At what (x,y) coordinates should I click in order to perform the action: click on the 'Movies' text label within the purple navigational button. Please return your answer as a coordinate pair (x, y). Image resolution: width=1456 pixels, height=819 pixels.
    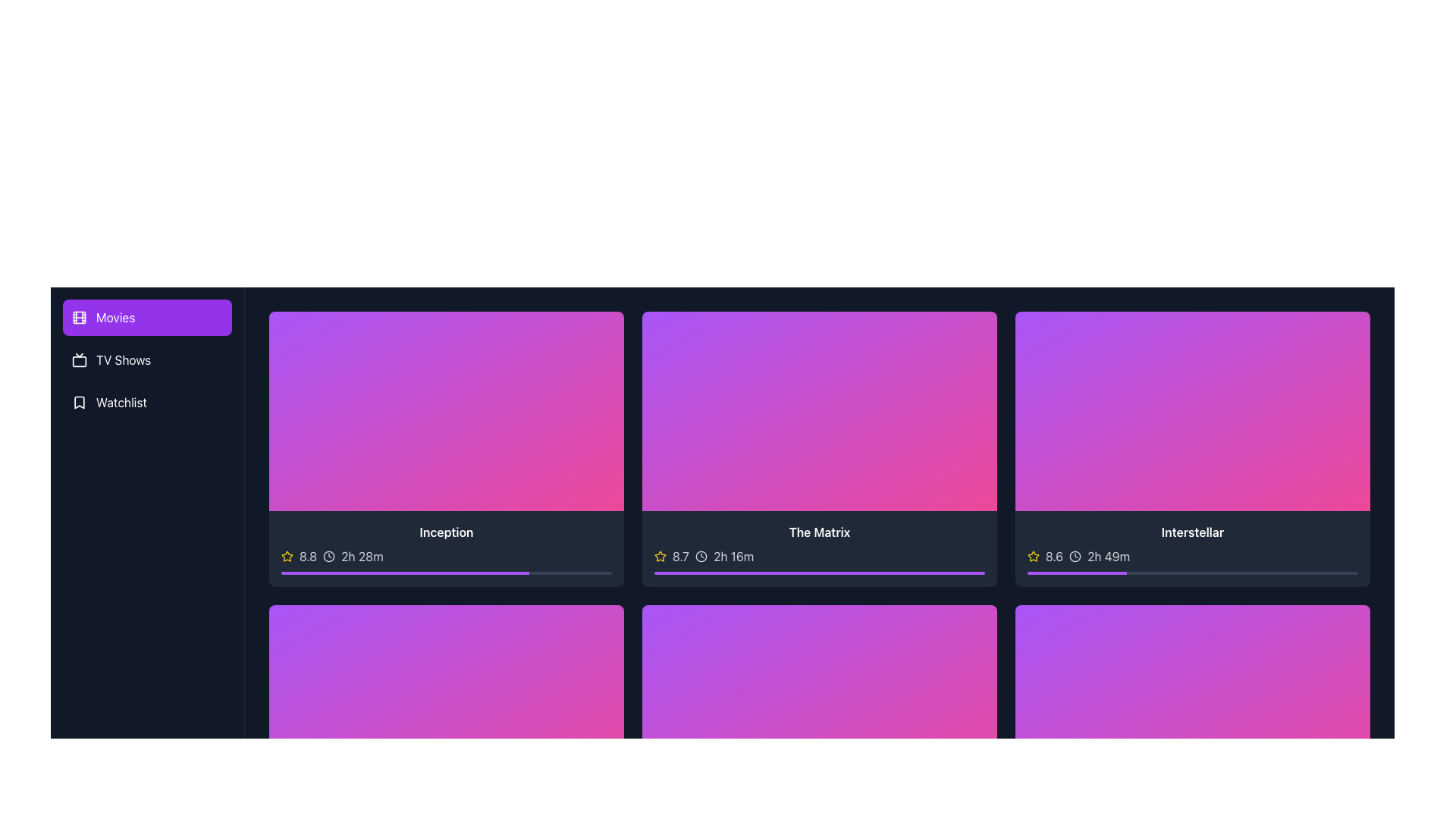
    Looking at the image, I should click on (115, 317).